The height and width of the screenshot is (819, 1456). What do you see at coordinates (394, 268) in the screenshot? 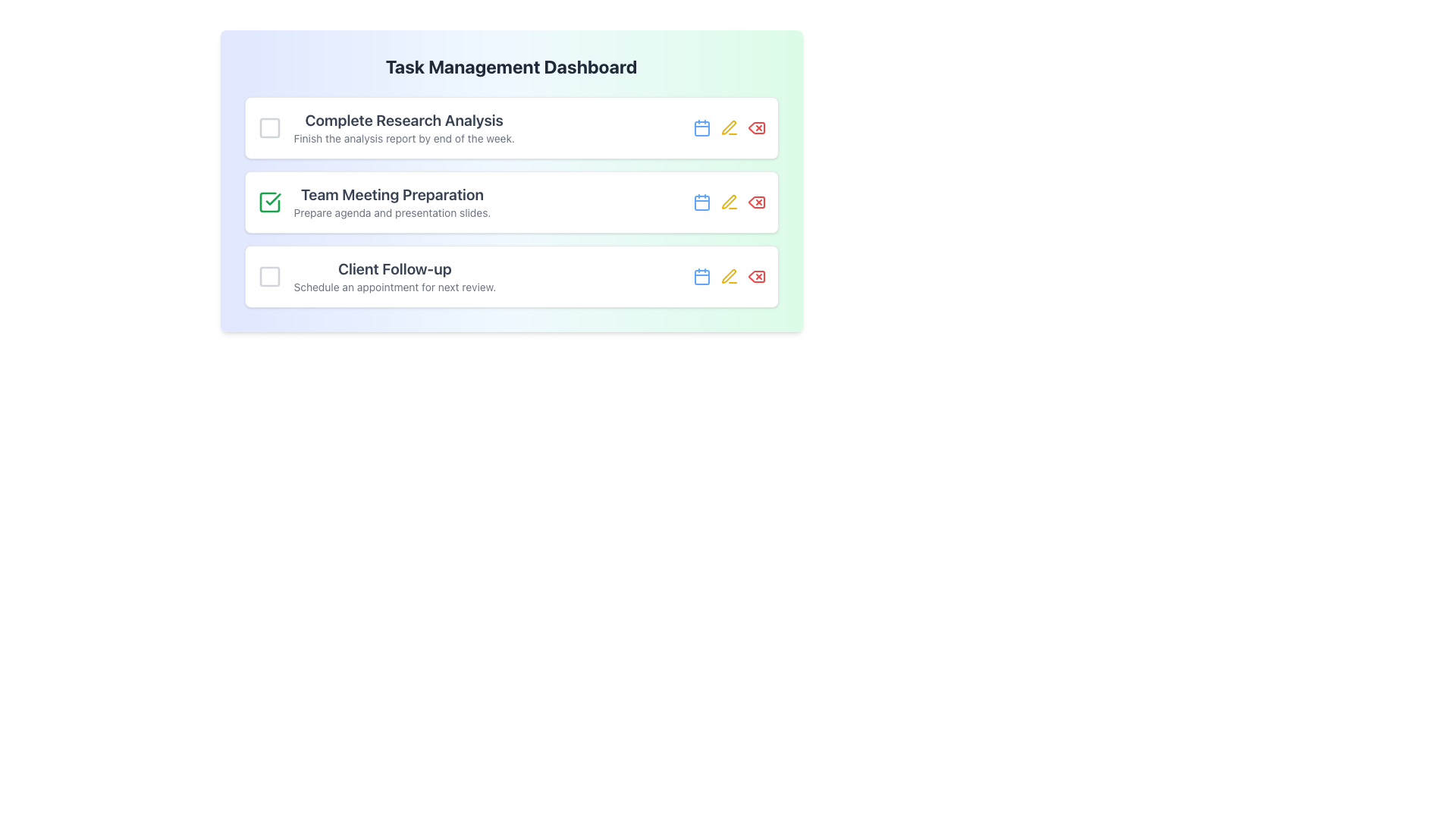
I see `the 'Client Follow-up' text label, which serves as the title of a task in the task management dashboard and is located in the third position of a vertical list` at bounding box center [394, 268].